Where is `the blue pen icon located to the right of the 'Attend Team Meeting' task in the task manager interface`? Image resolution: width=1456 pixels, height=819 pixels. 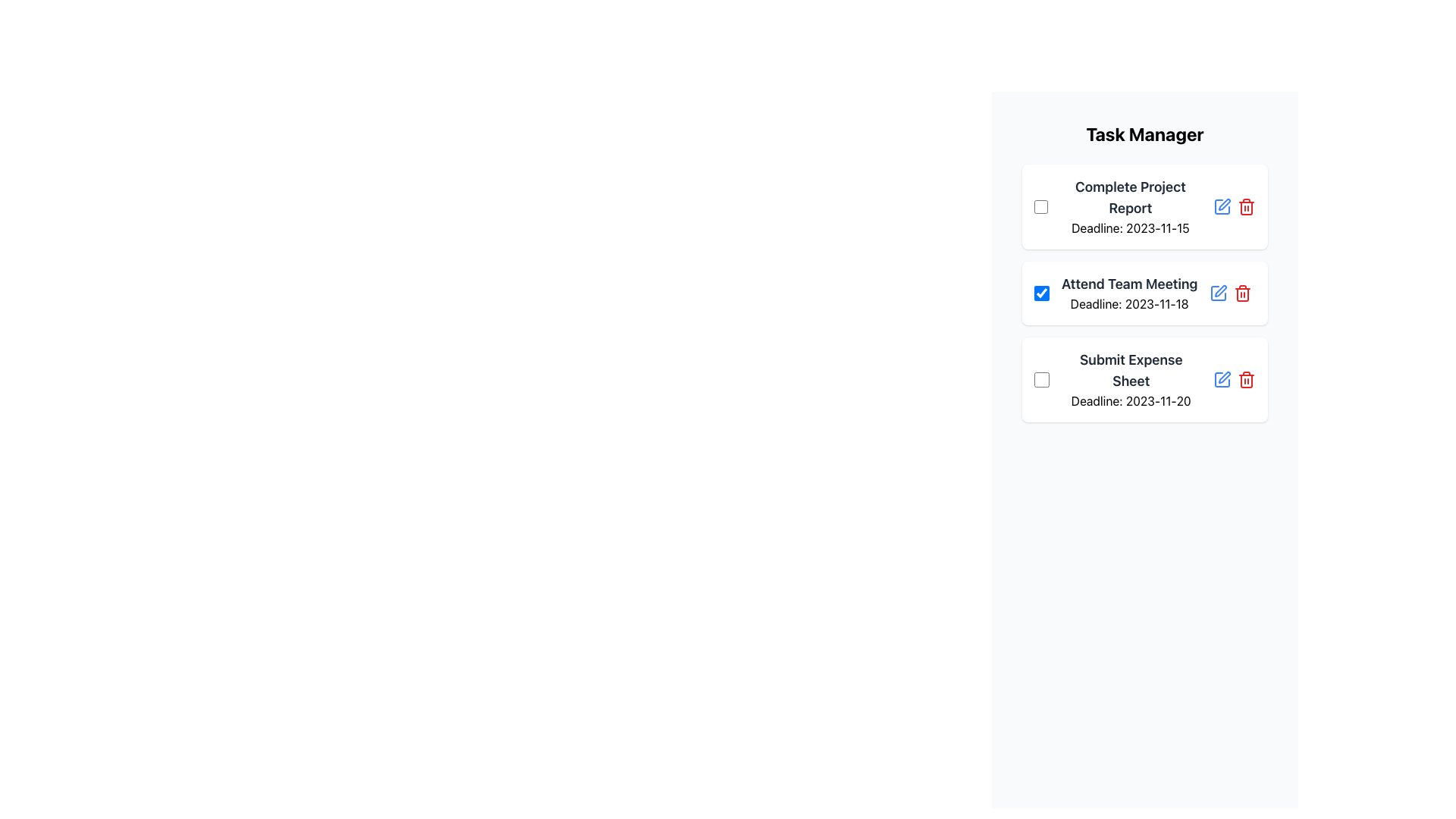
the blue pen icon located to the right of the 'Attend Team Meeting' task in the task manager interface is located at coordinates (1222, 207).